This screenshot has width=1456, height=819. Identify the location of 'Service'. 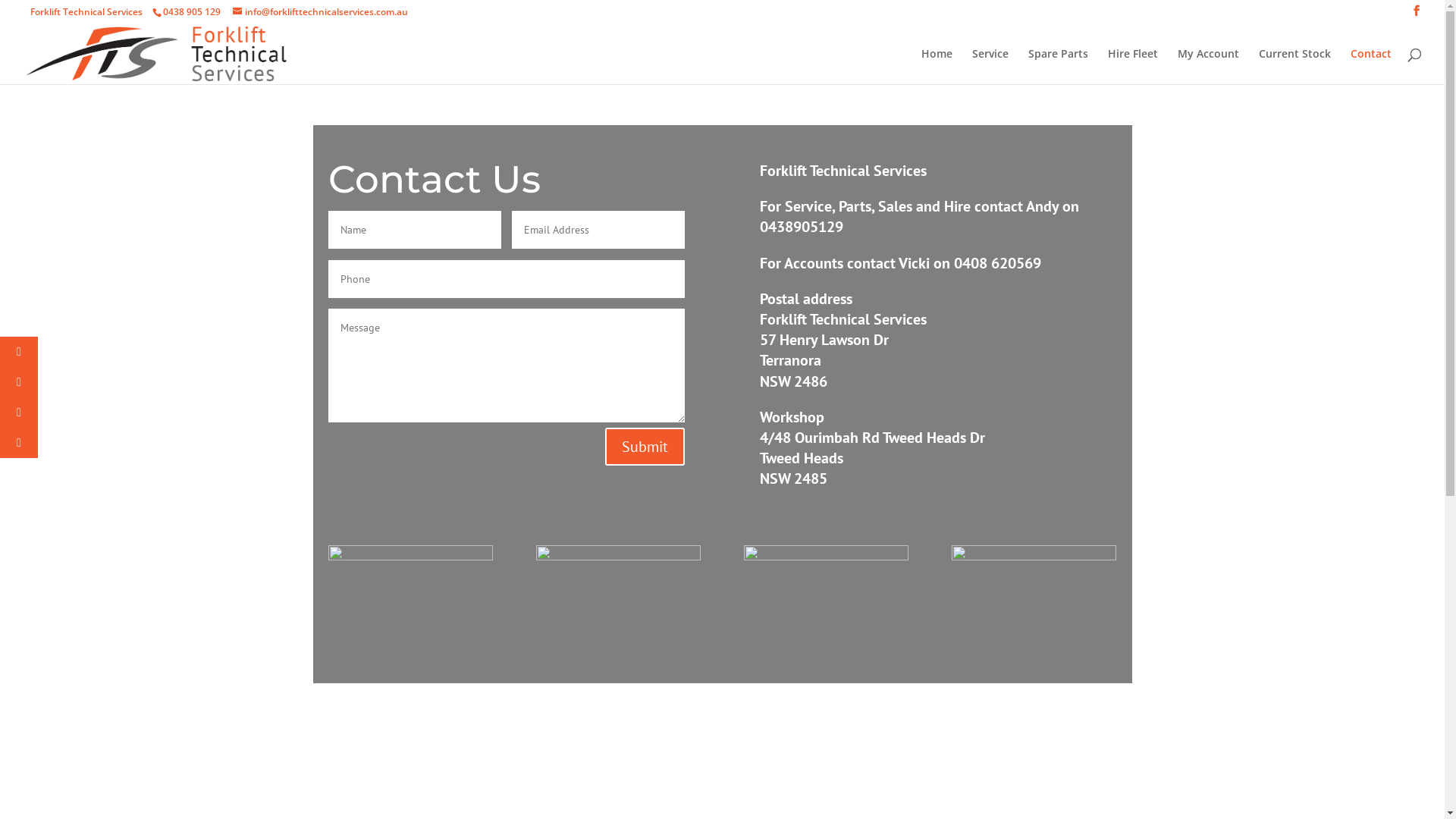
(990, 65).